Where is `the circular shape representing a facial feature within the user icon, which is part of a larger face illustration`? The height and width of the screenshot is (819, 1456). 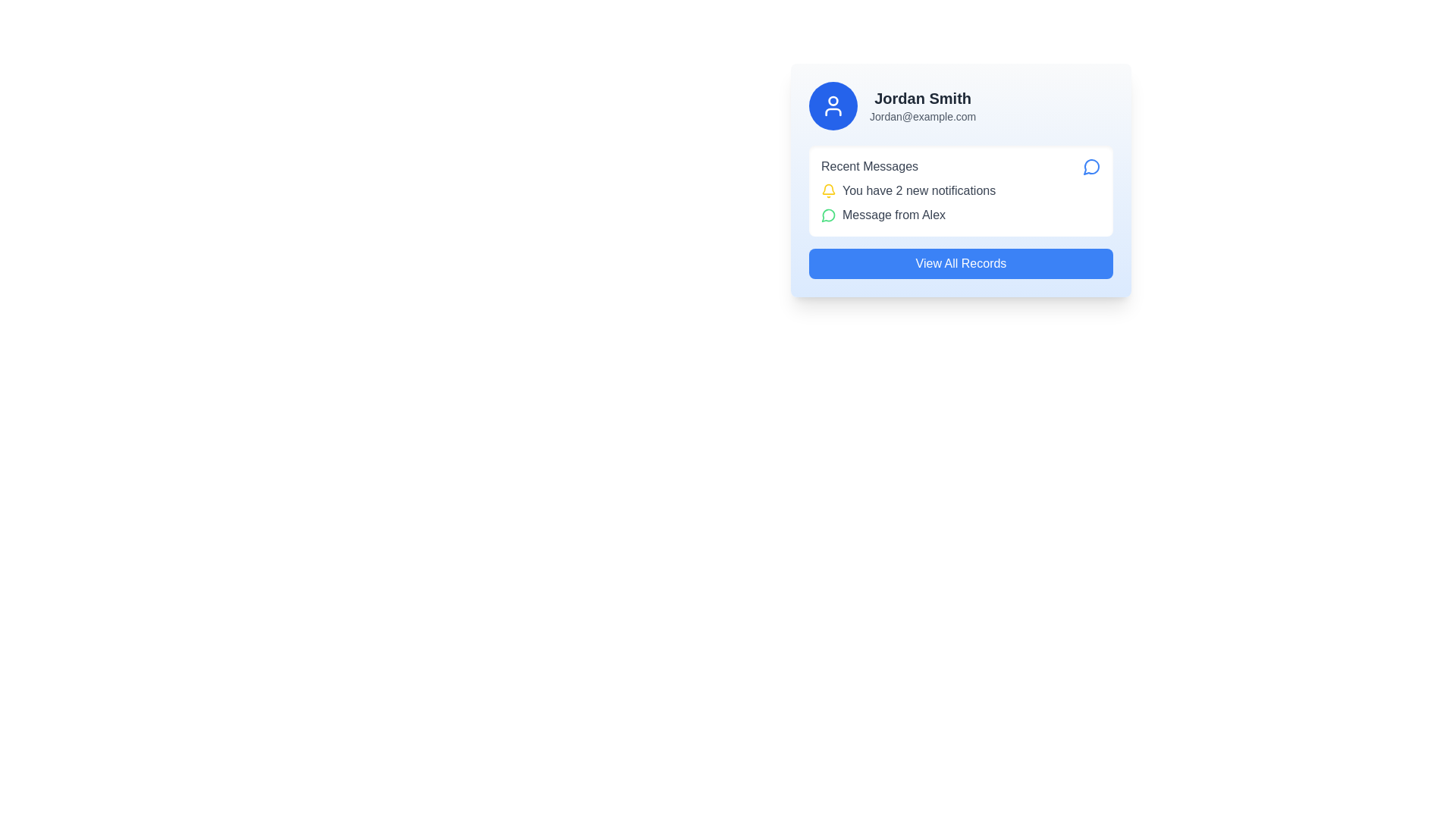 the circular shape representing a facial feature within the user icon, which is part of a larger face illustration is located at coordinates (833, 100).